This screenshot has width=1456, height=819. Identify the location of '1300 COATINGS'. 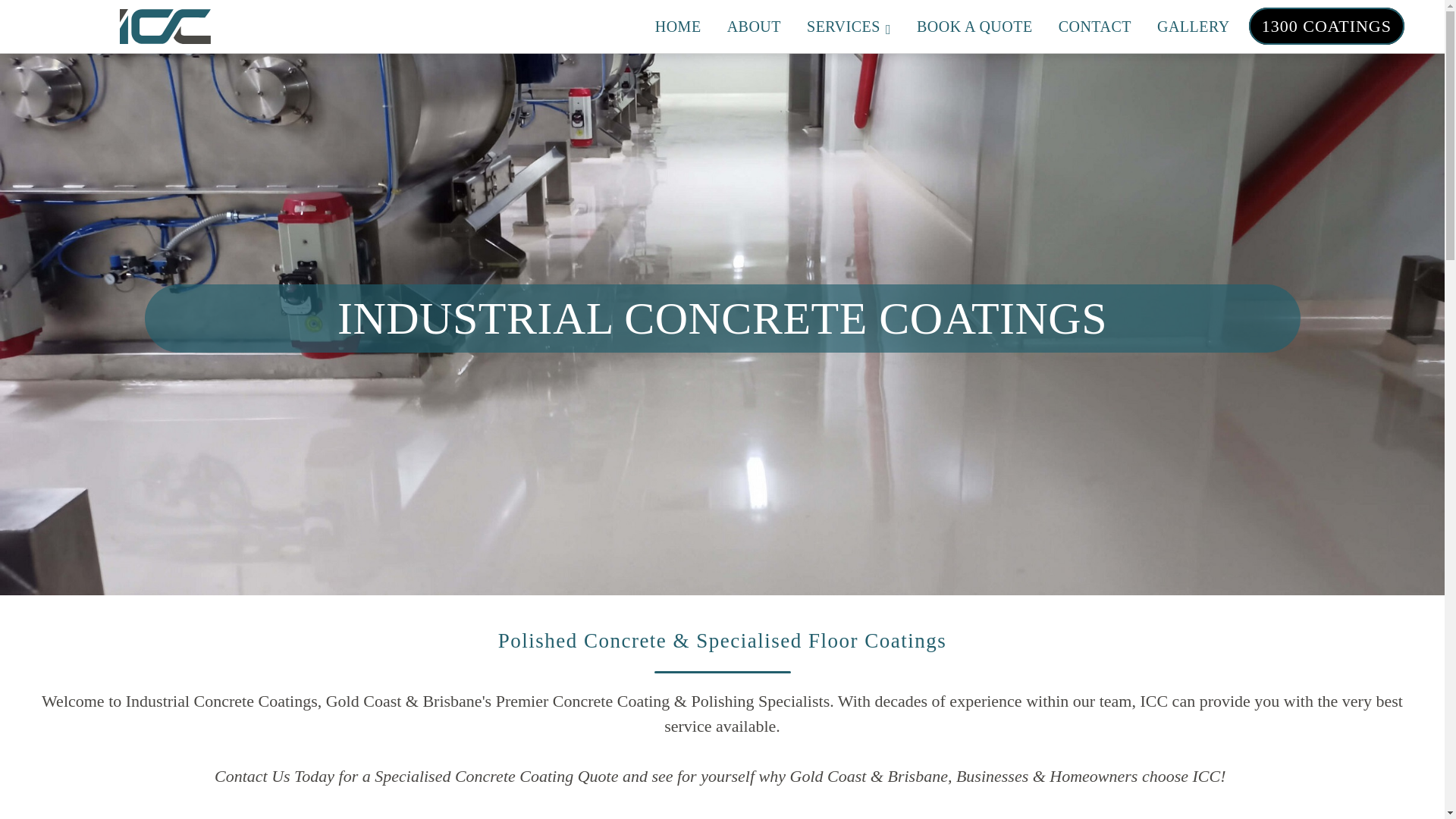
(1326, 26).